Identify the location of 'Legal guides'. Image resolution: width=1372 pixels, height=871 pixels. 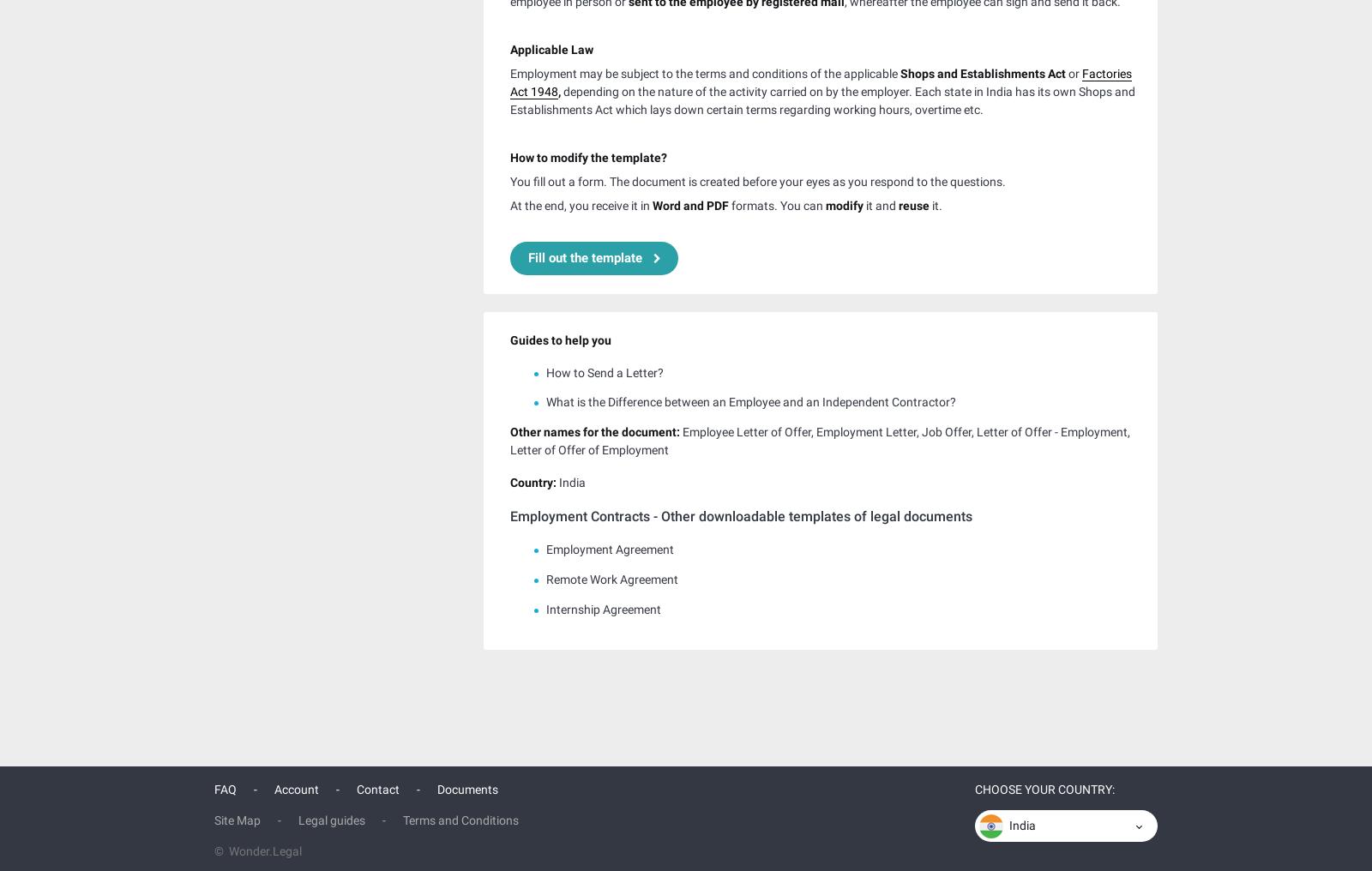
(298, 816).